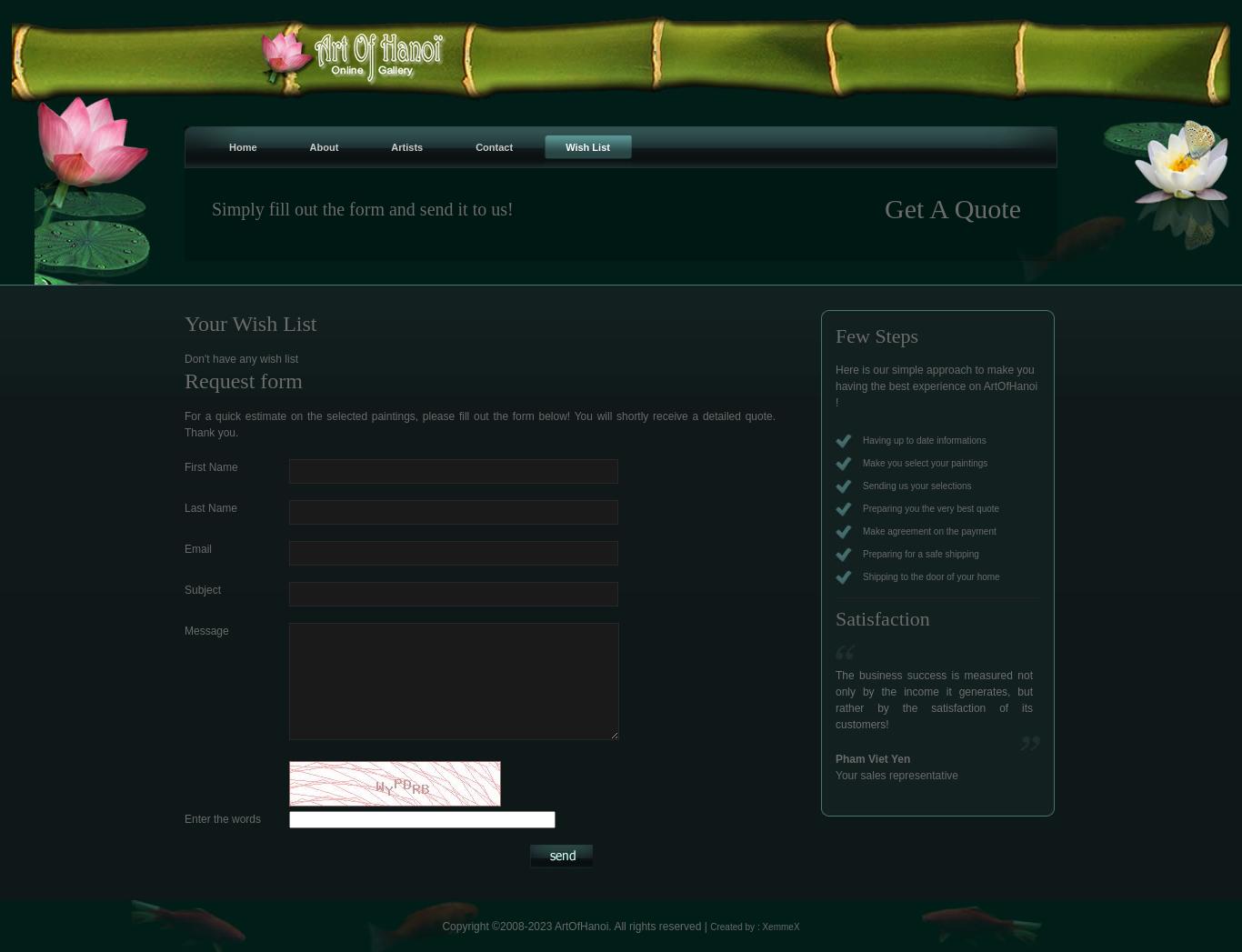 Image resolution: width=1242 pixels, height=952 pixels. I want to click on 'Artists', so click(406, 146).